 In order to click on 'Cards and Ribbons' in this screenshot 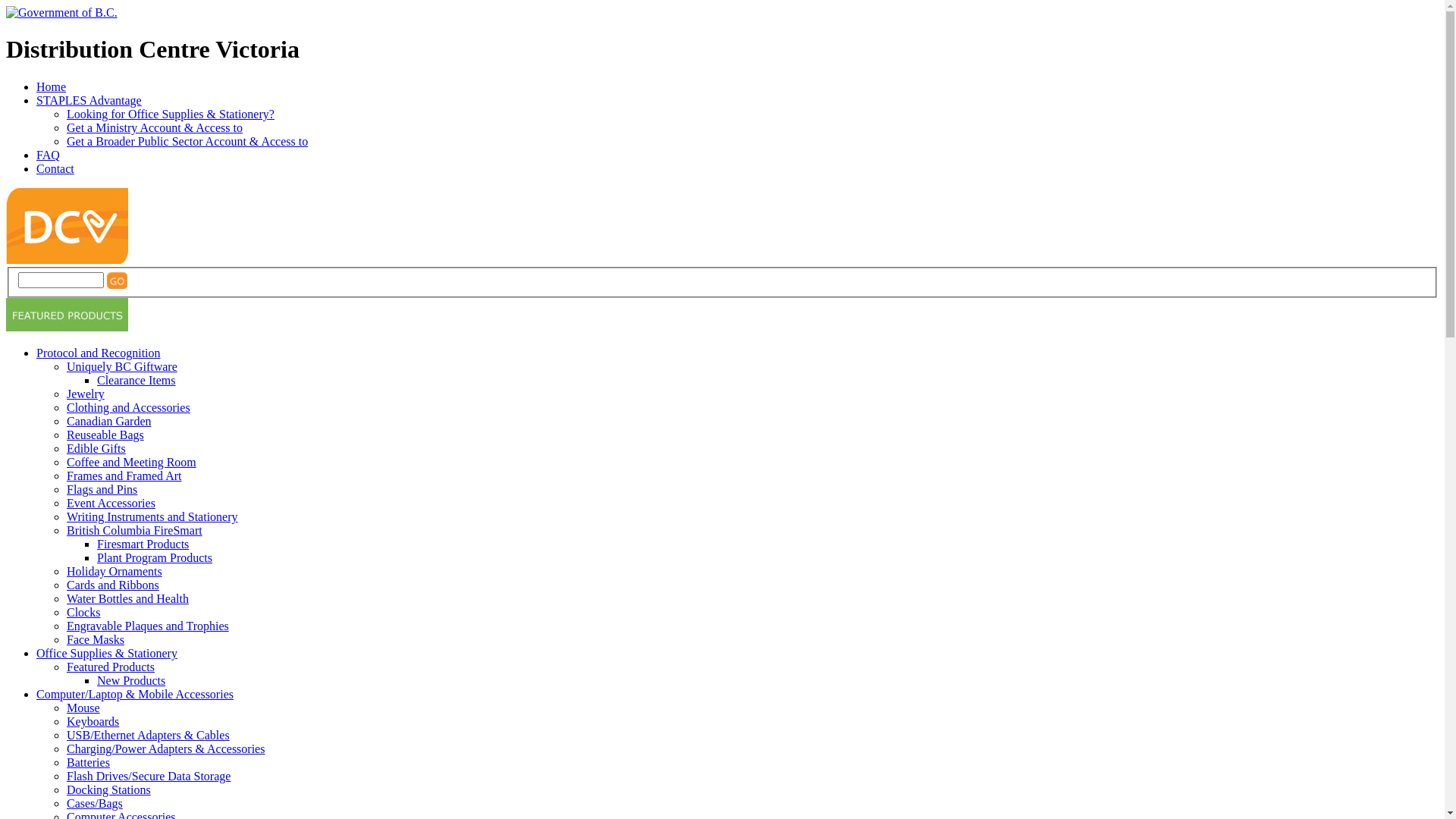, I will do `click(111, 584)`.